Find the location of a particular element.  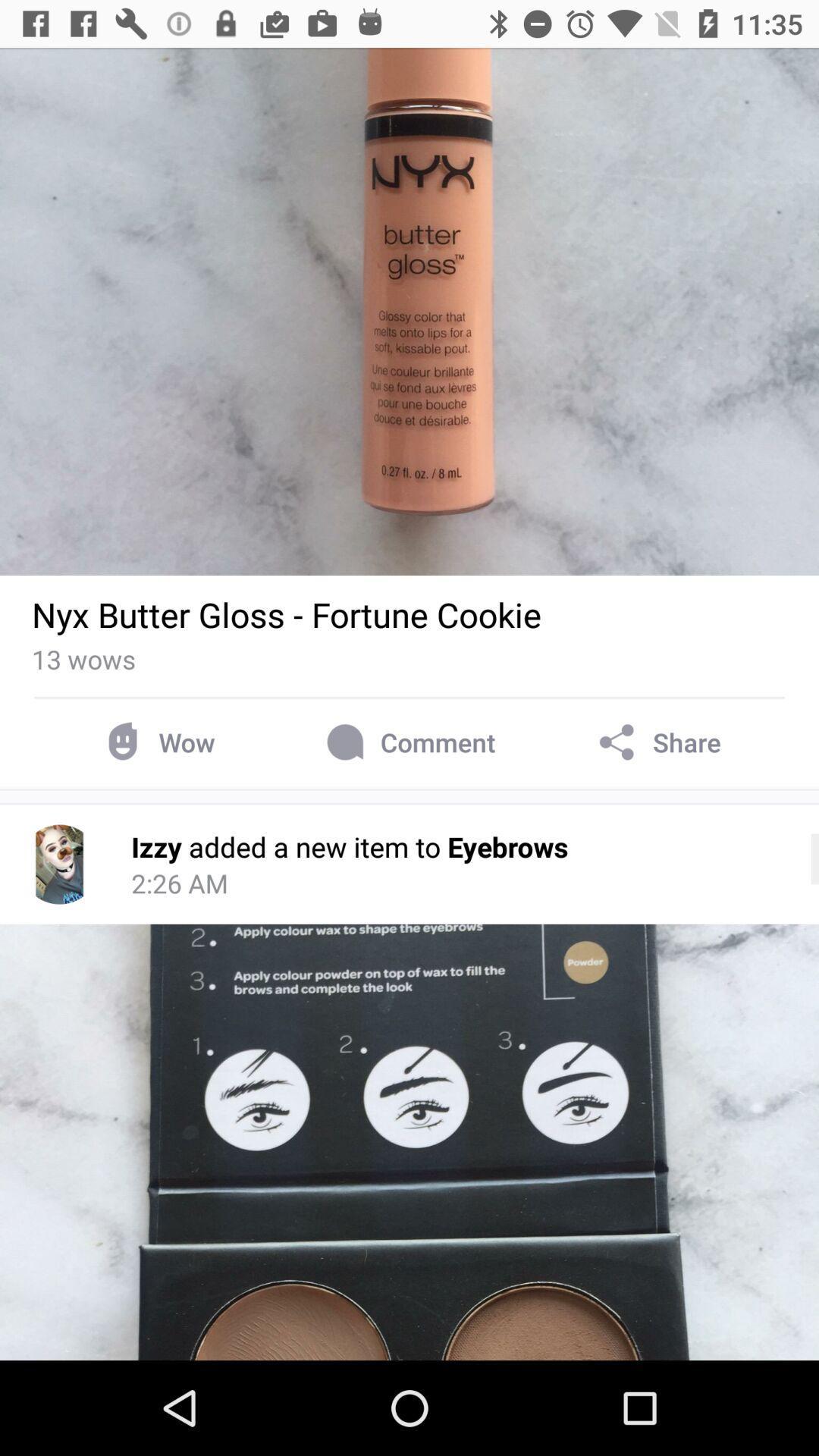

the share button on the web page is located at coordinates (657, 742).